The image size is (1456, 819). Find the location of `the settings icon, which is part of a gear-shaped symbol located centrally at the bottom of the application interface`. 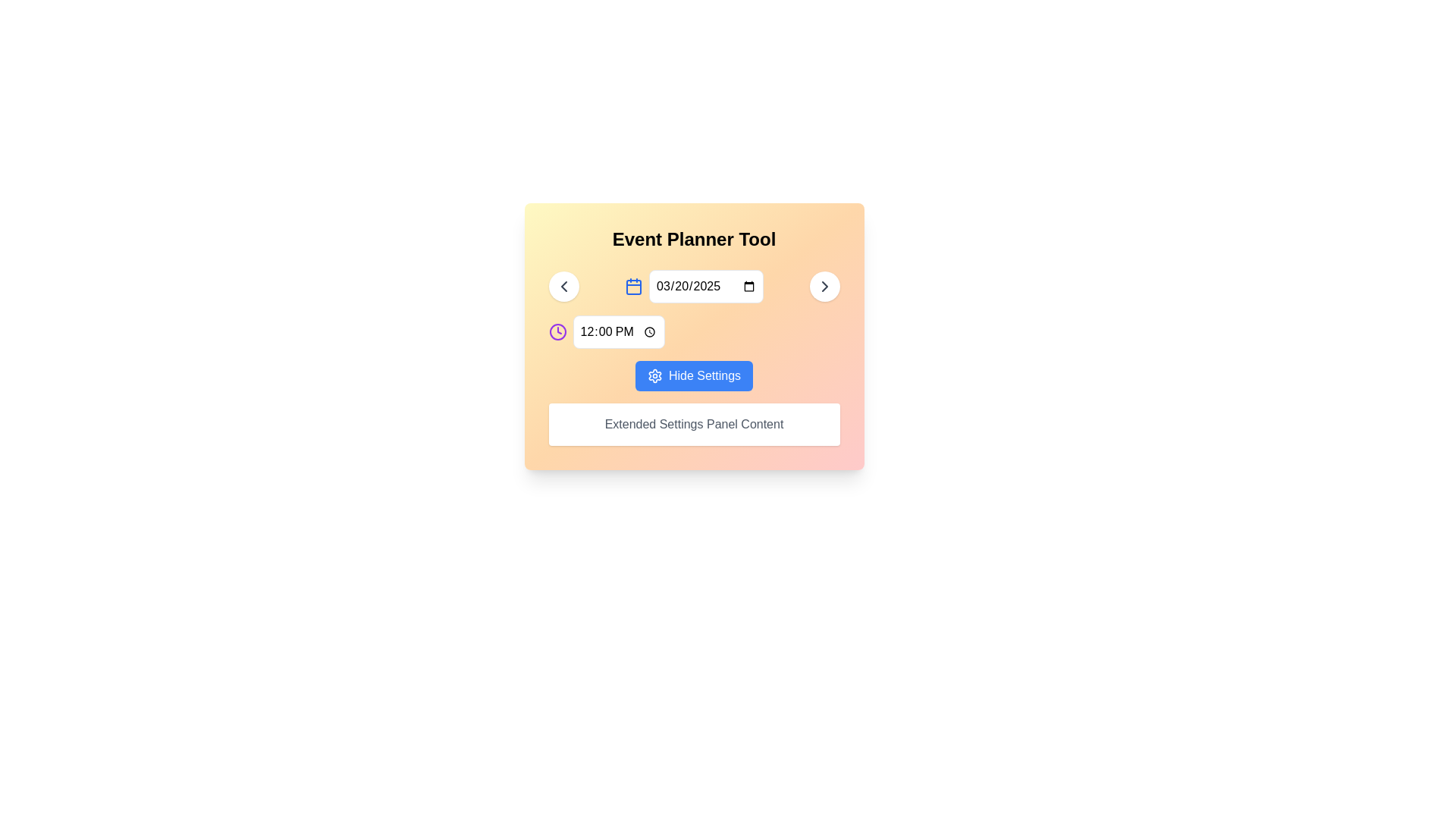

the settings icon, which is part of a gear-shaped symbol located centrally at the bottom of the application interface is located at coordinates (655, 375).